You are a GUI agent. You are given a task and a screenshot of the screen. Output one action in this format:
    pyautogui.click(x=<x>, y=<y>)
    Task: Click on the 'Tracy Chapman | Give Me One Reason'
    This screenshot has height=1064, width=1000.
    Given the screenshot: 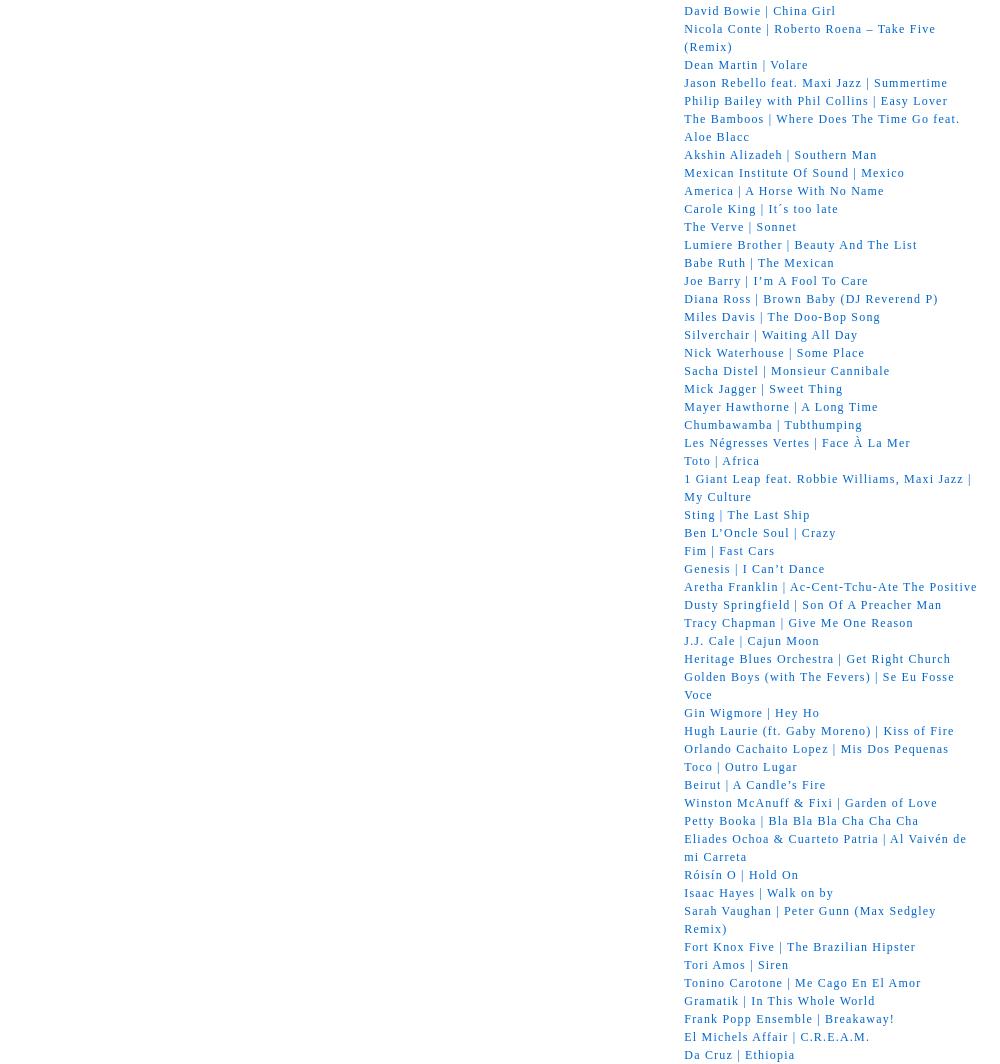 What is the action you would take?
    pyautogui.click(x=798, y=622)
    